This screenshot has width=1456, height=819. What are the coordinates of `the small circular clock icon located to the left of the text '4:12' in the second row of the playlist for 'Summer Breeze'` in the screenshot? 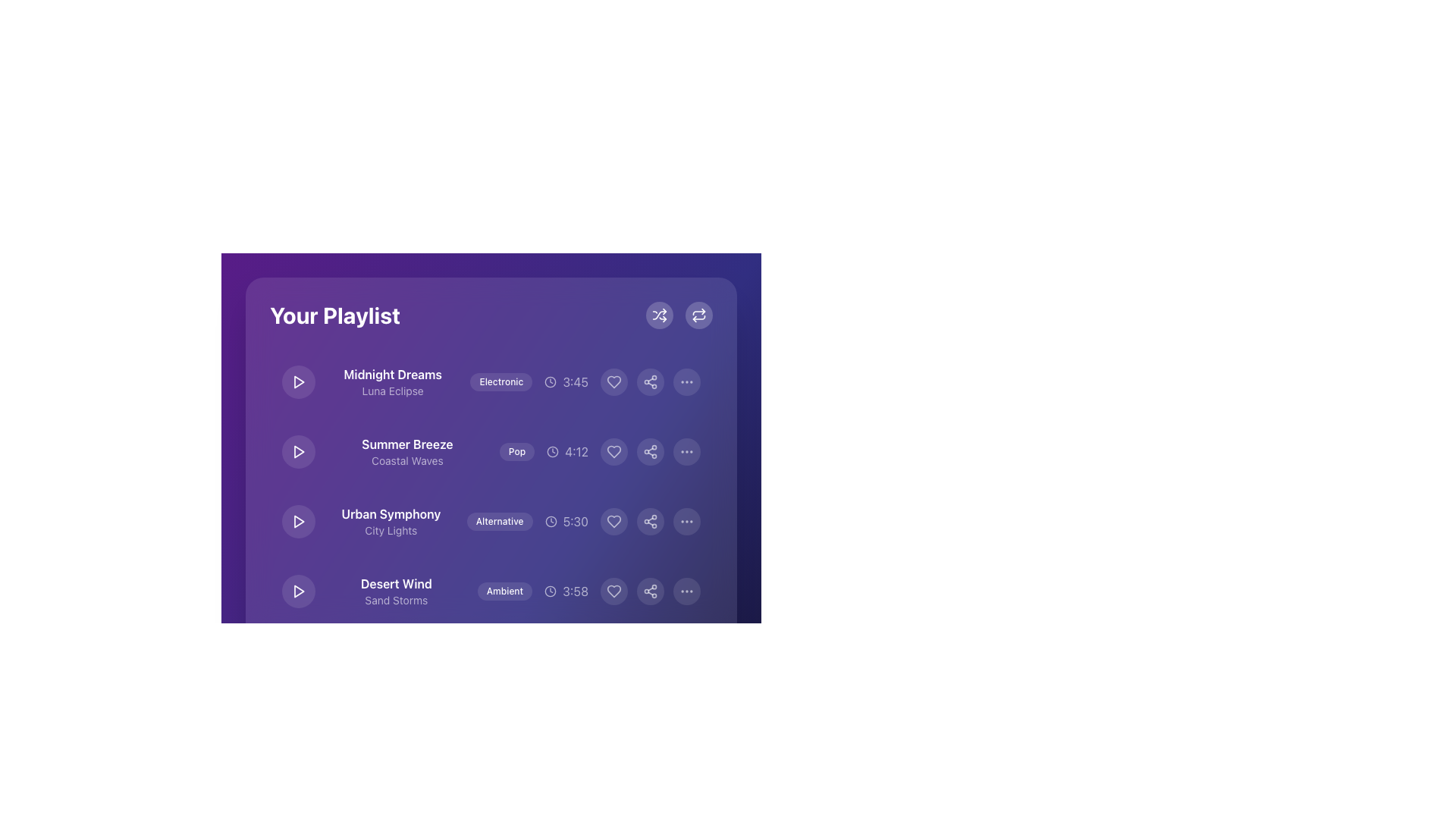 It's located at (552, 451).